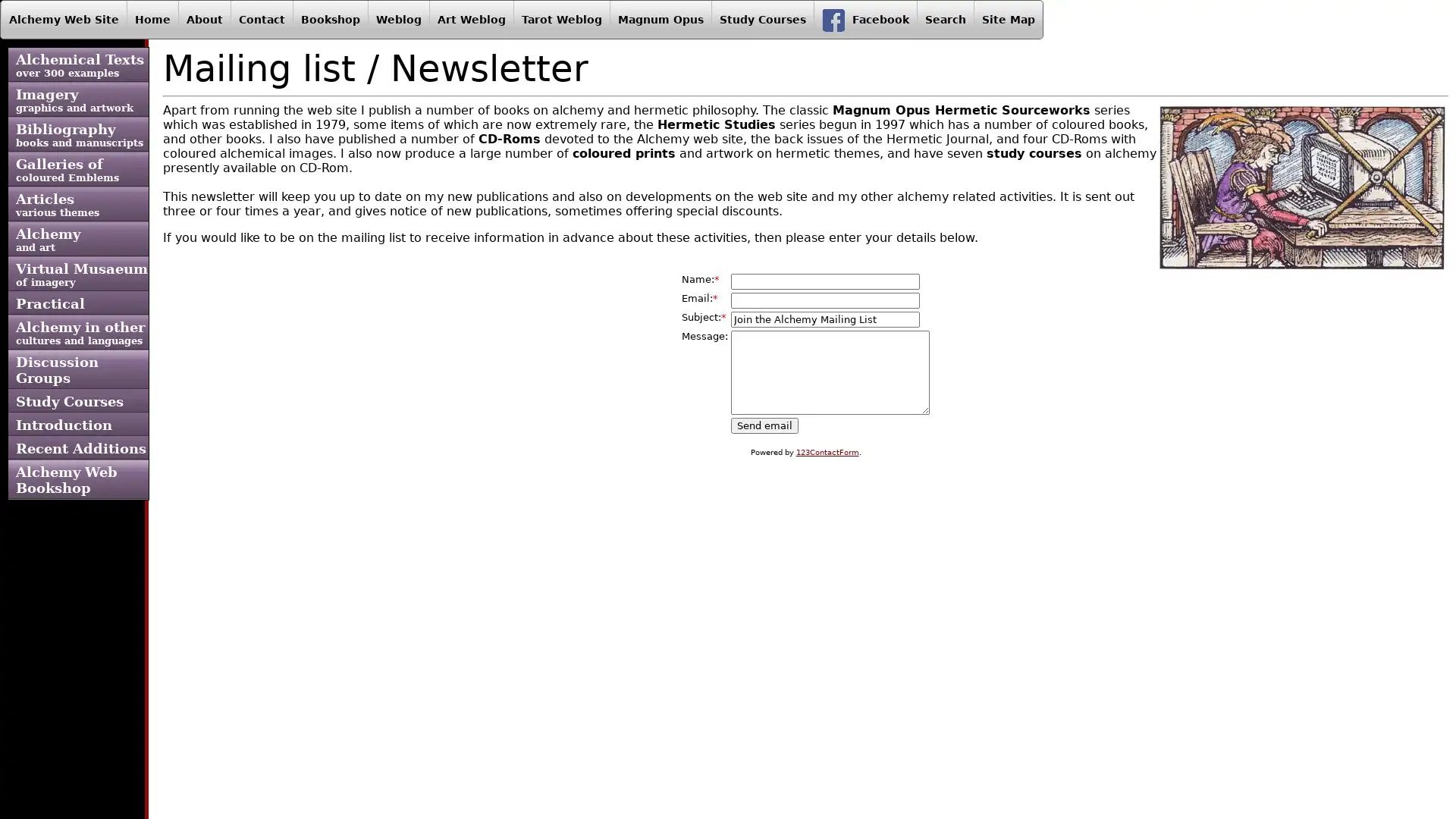 The width and height of the screenshot is (1456, 819). What do you see at coordinates (764, 425) in the screenshot?
I see `Send email` at bounding box center [764, 425].